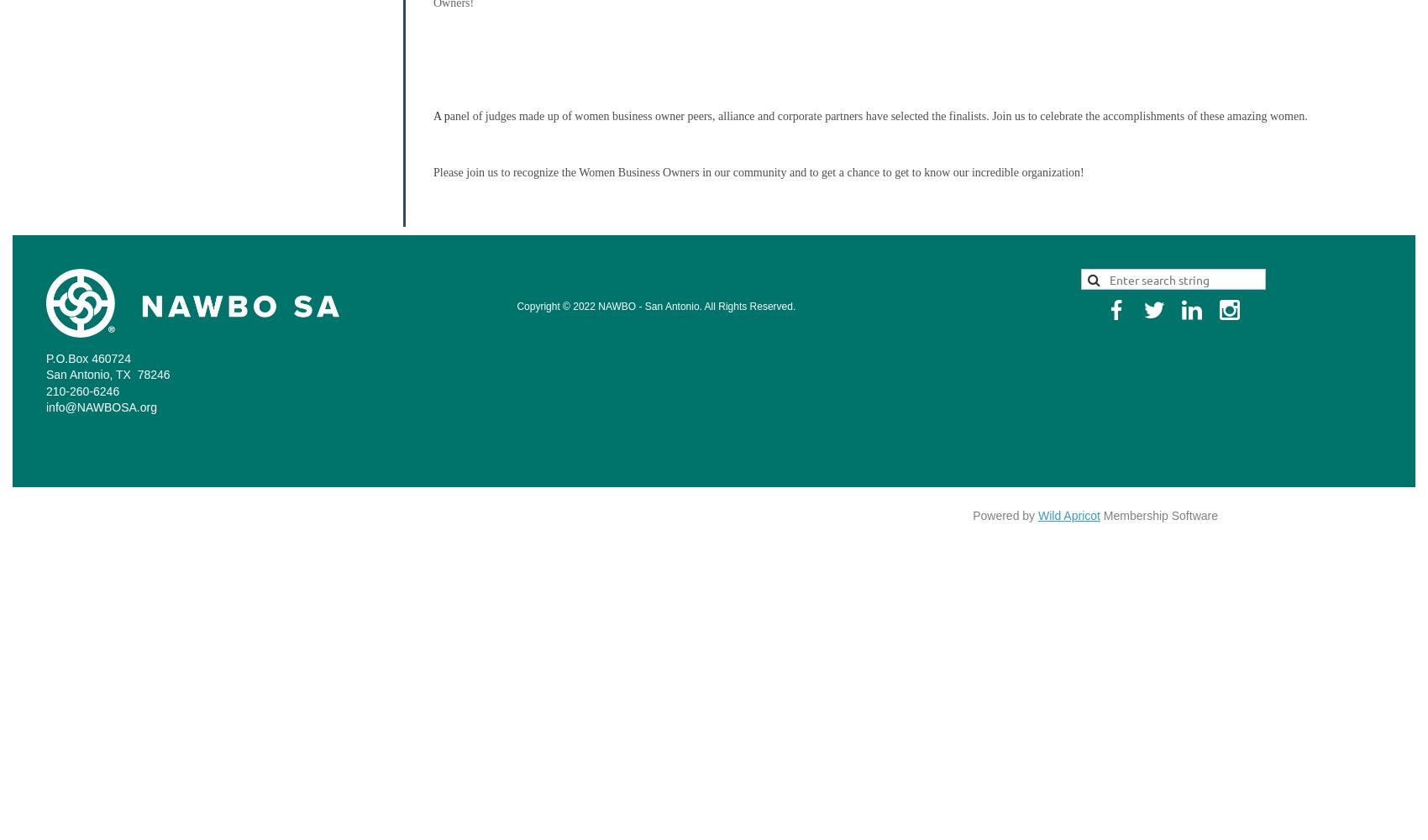 This screenshot has height=840, width=1428. Describe the element at coordinates (433, 116) in the screenshot. I see `'A p'` at that location.